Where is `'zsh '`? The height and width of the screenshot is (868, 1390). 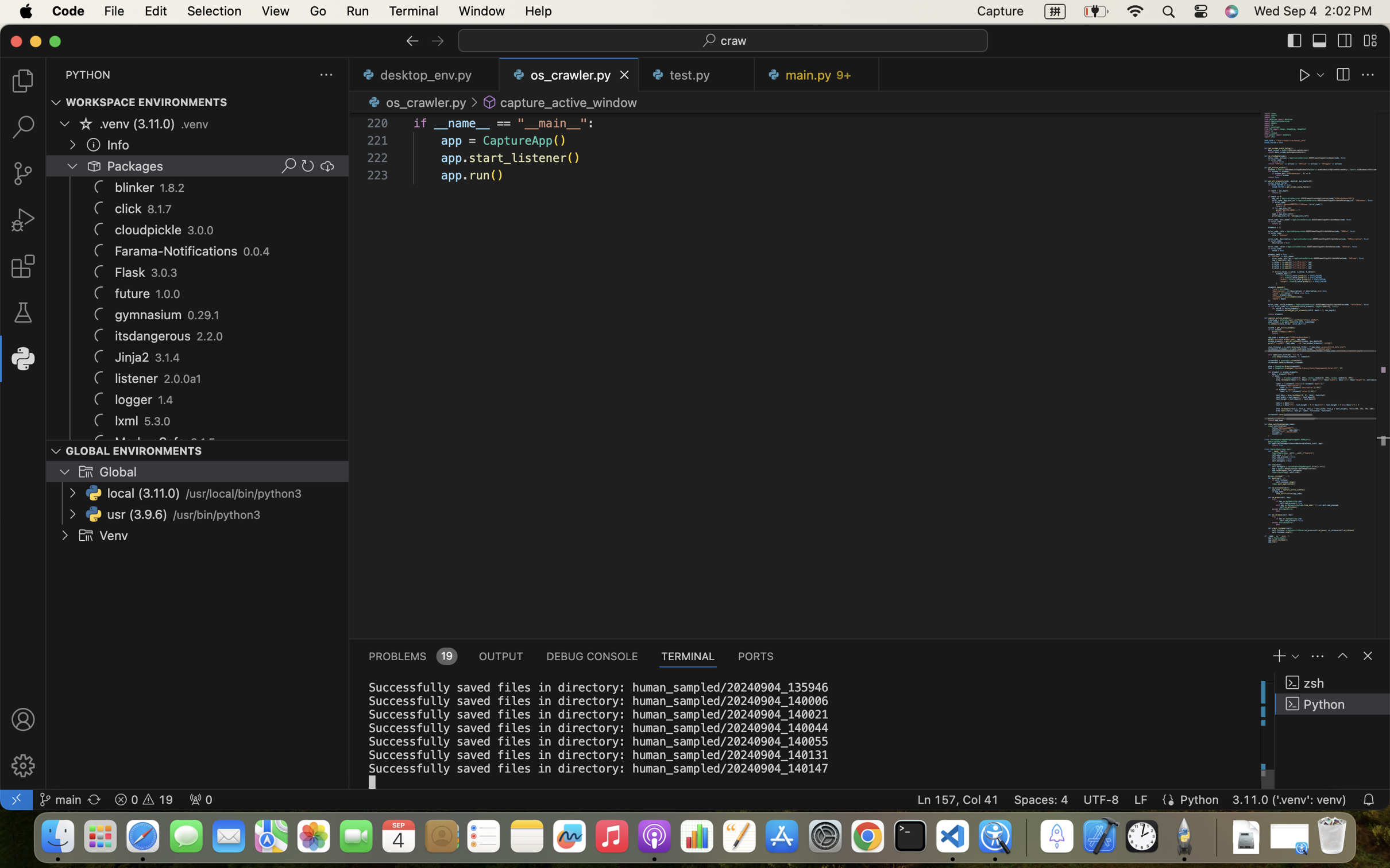 'zsh ' is located at coordinates (1332, 683).